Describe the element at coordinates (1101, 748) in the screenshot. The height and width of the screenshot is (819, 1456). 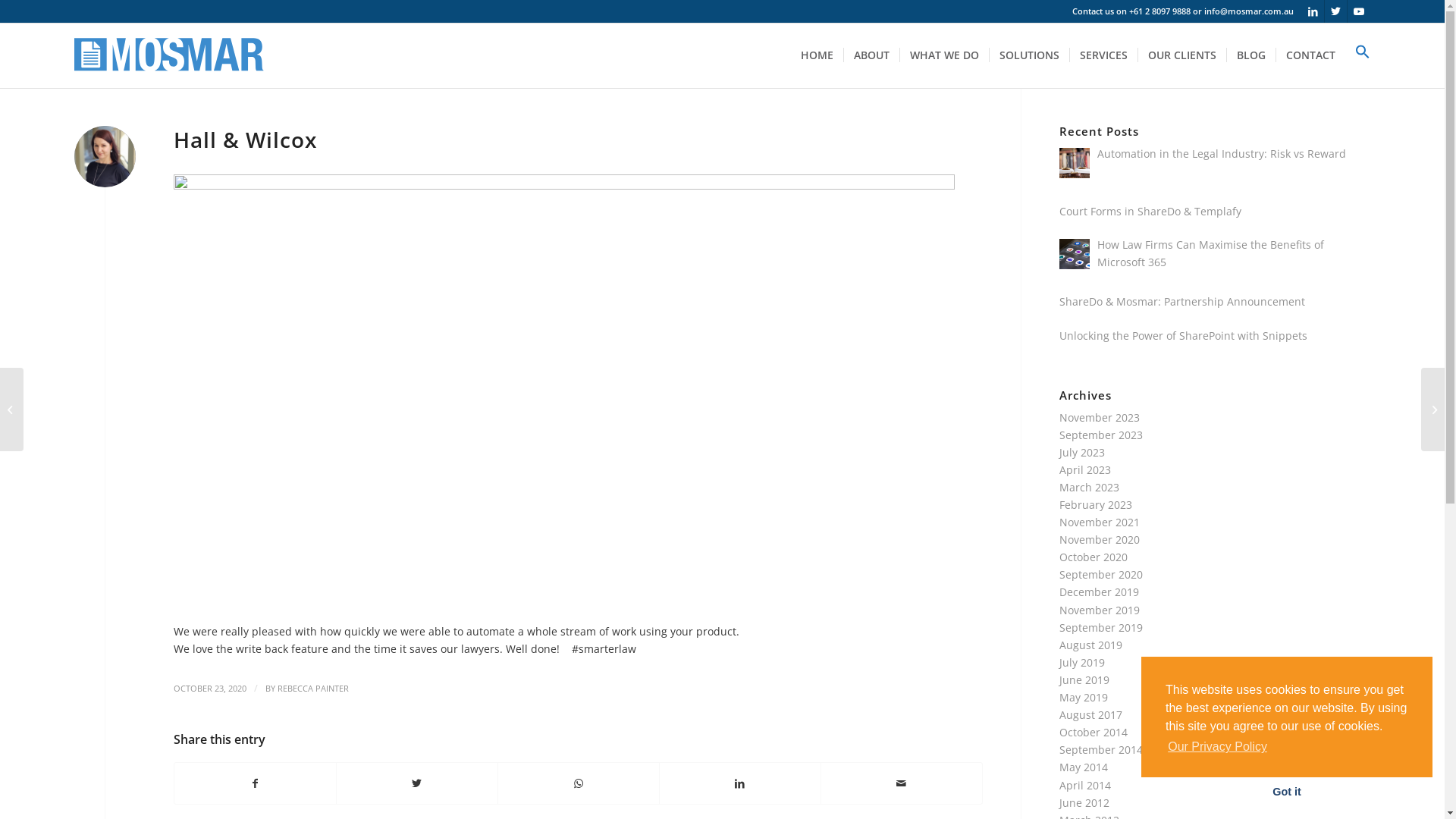
I see `'September 2014'` at that location.